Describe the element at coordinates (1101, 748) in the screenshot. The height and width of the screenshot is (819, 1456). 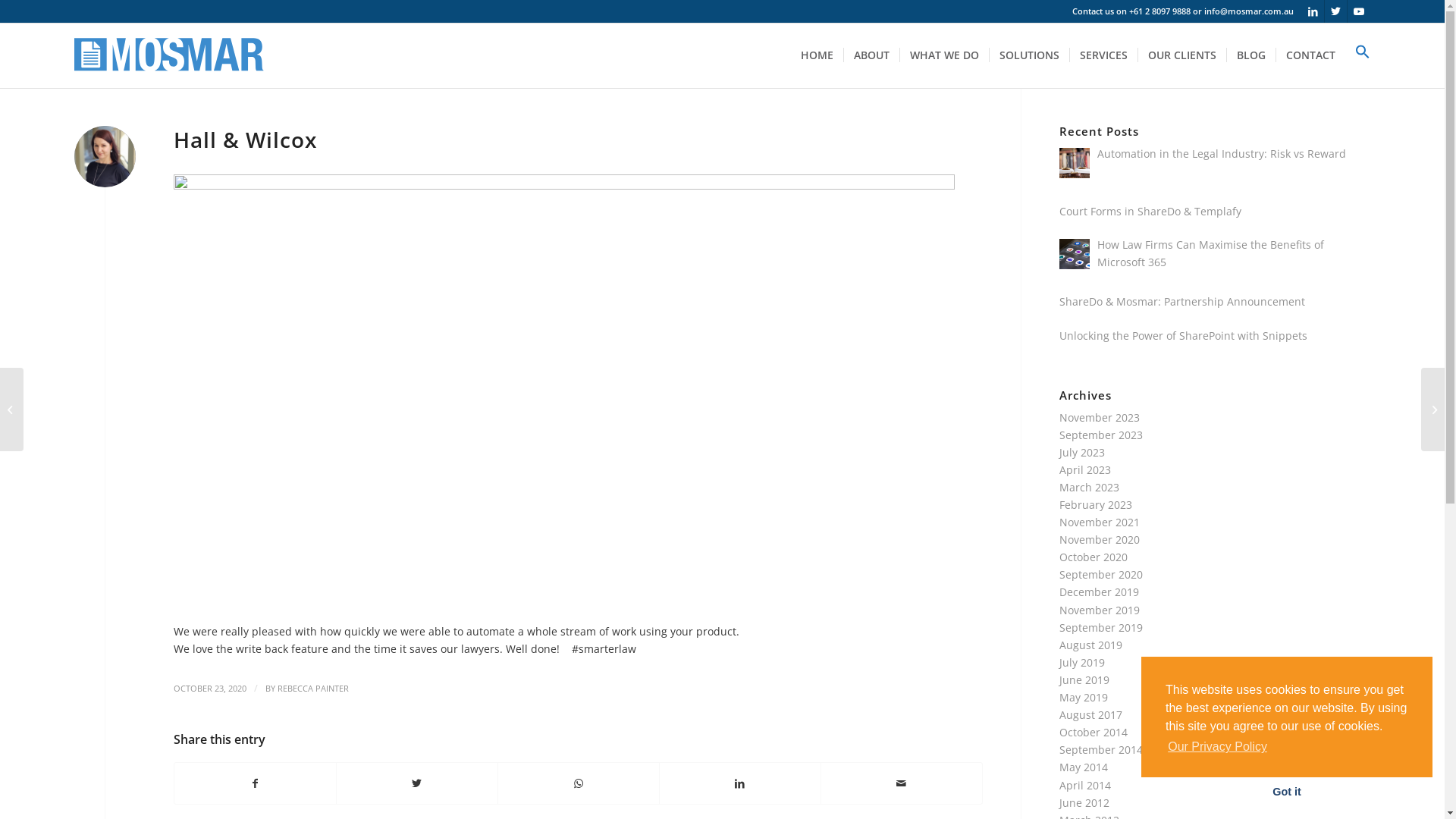
I see `'September 2014'` at that location.